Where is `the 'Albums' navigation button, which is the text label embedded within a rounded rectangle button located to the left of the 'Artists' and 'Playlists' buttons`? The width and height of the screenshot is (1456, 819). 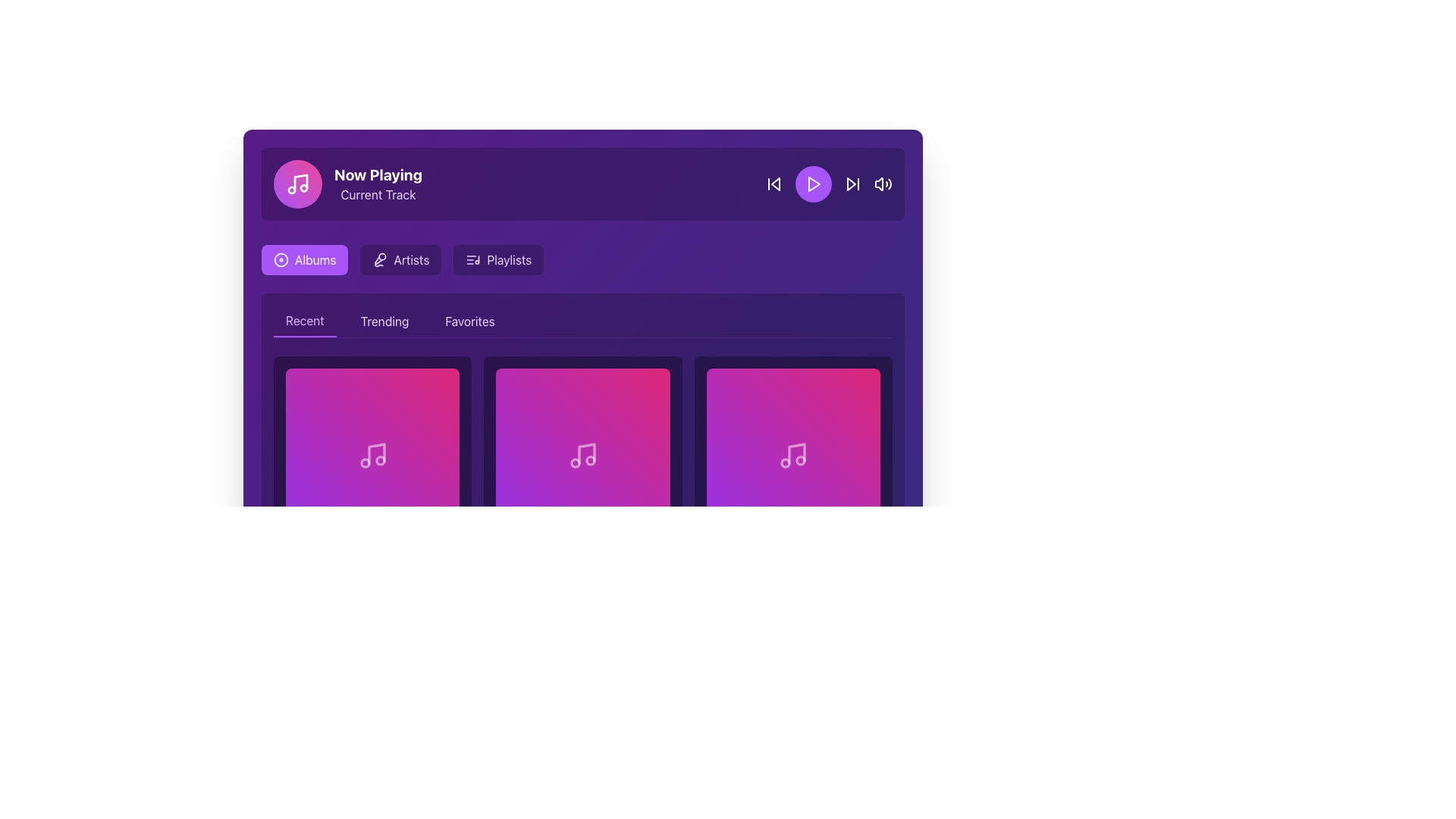 the 'Albums' navigation button, which is the text label embedded within a rounded rectangle button located to the left of the 'Artists' and 'Playlists' buttons is located at coordinates (315, 259).